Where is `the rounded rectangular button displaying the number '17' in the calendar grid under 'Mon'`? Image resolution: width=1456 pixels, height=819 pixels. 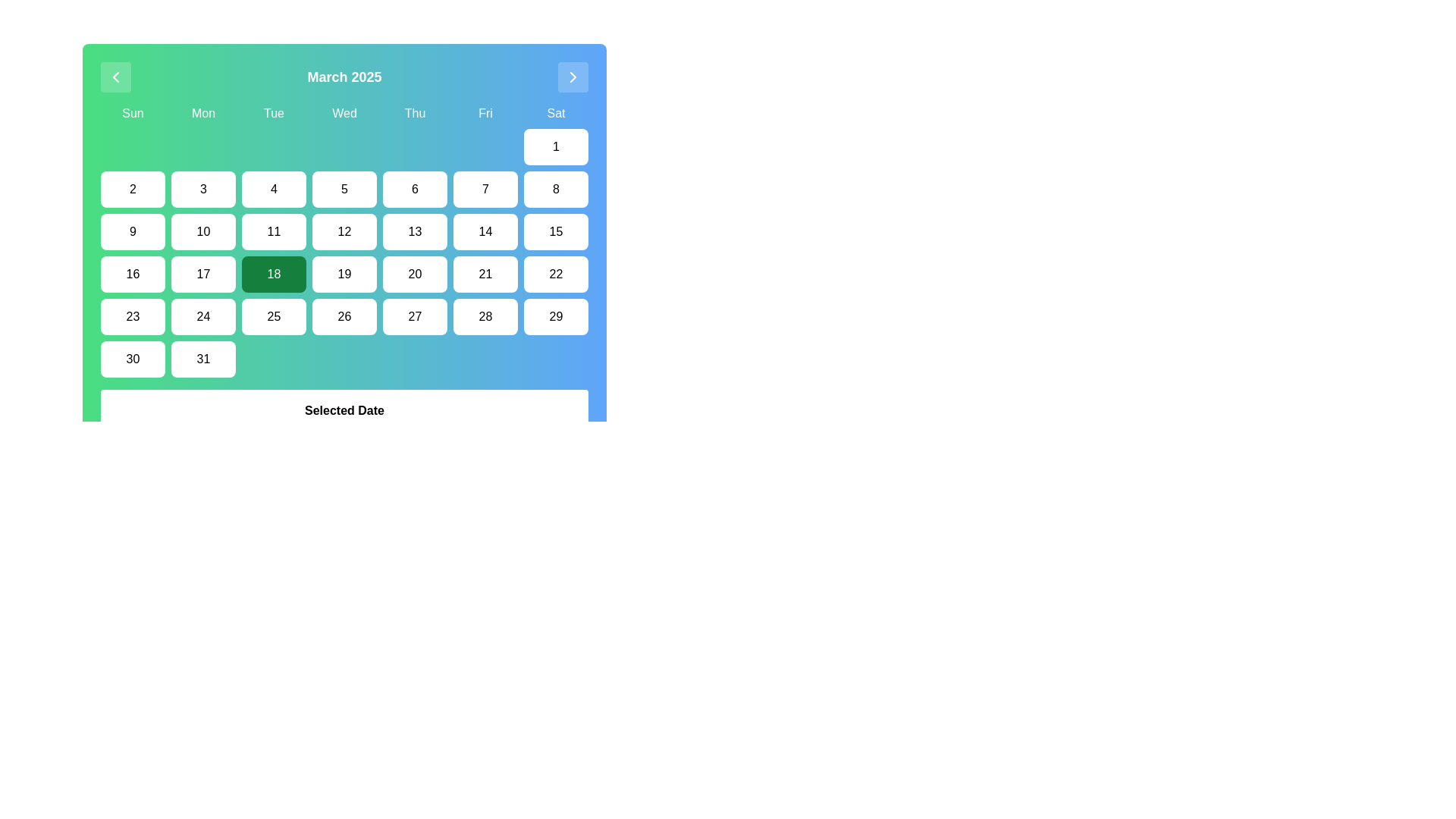 the rounded rectangular button displaying the number '17' in the calendar grid under 'Mon' is located at coordinates (202, 275).